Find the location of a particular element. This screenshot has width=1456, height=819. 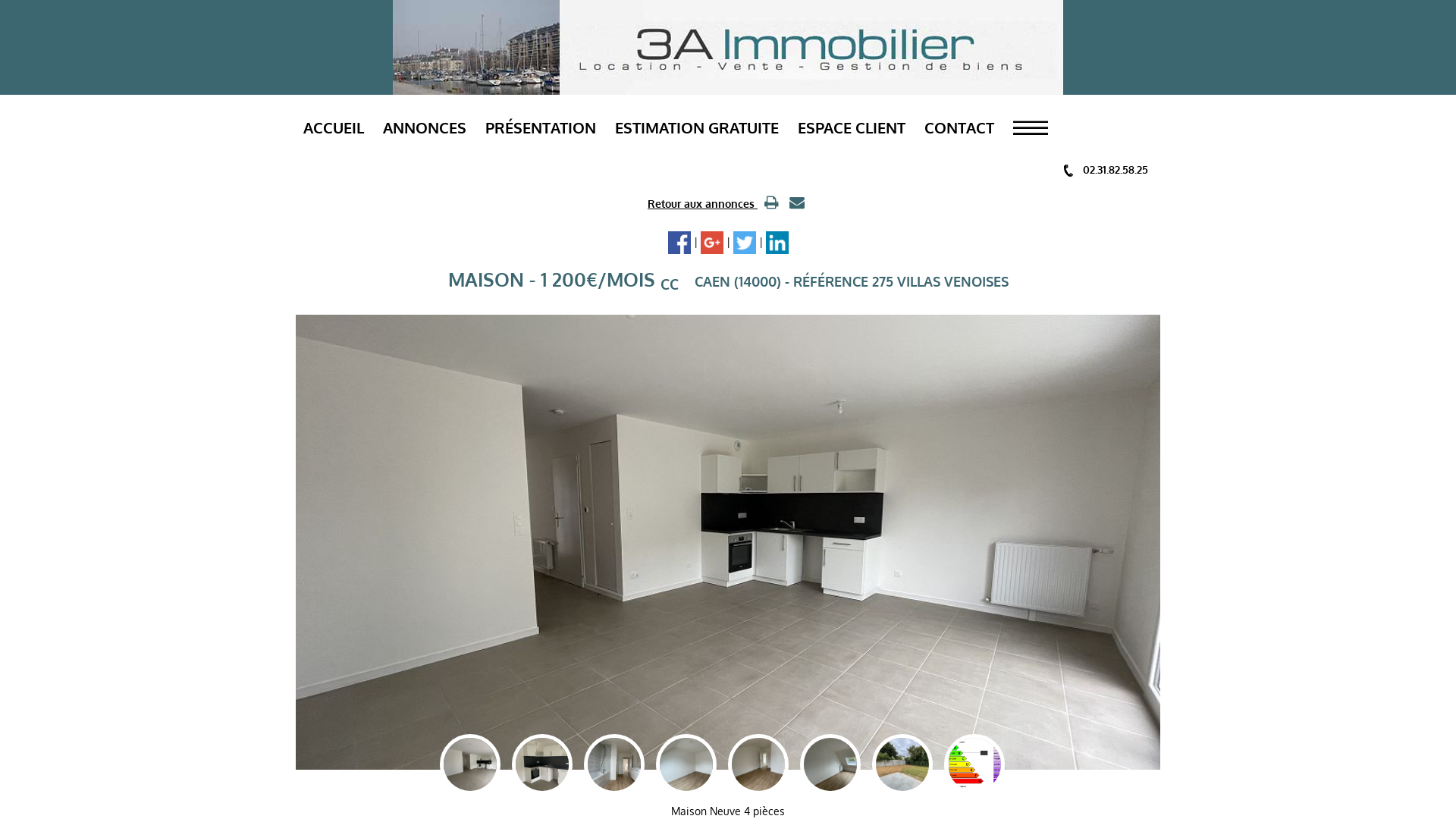

'Retour aux annonces' is located at coordinates (701, 202).